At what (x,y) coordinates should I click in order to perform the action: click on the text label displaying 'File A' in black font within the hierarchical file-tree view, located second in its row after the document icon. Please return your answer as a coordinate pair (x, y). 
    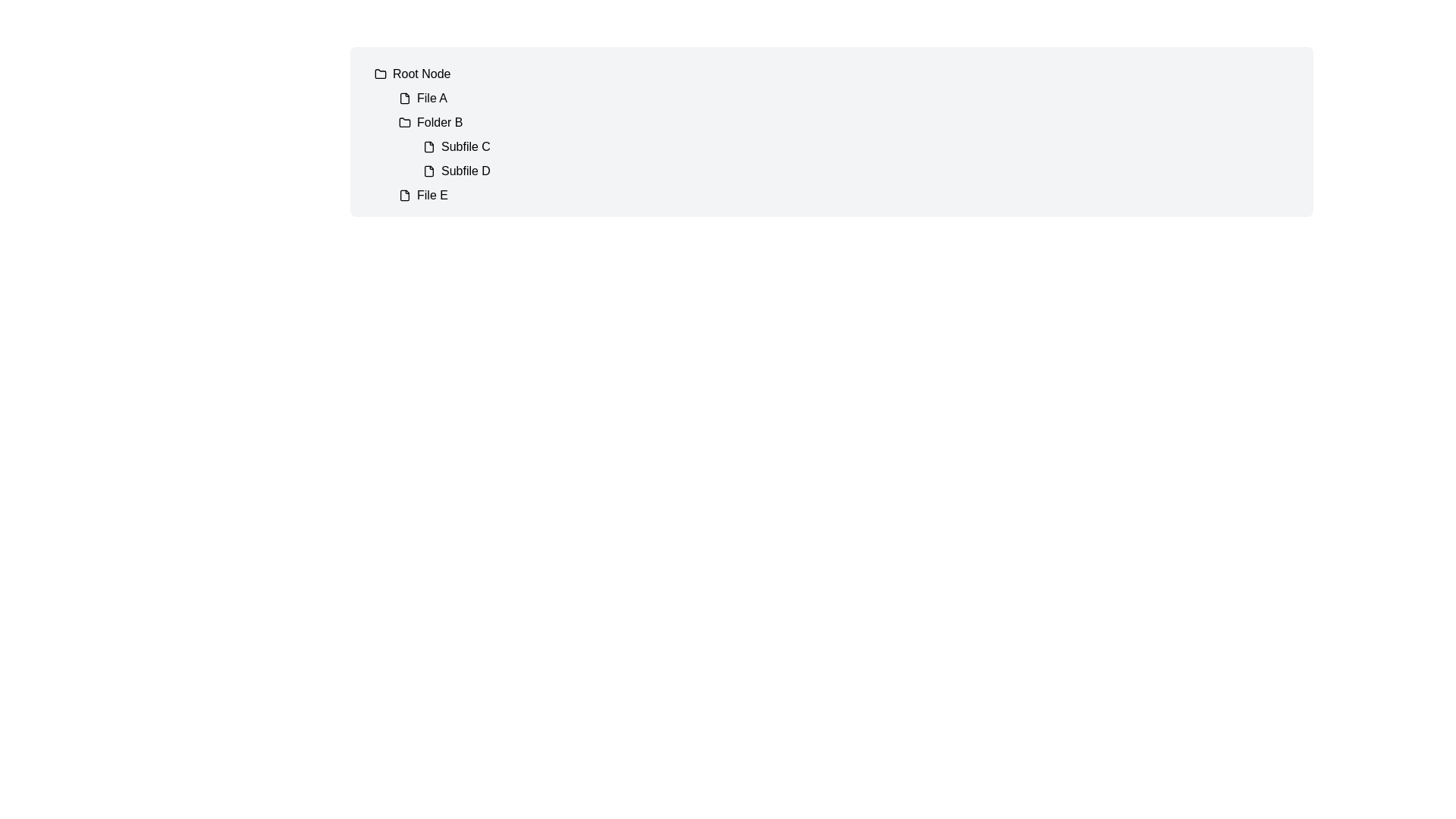
    Looking at the image, I should click on (431, 99).